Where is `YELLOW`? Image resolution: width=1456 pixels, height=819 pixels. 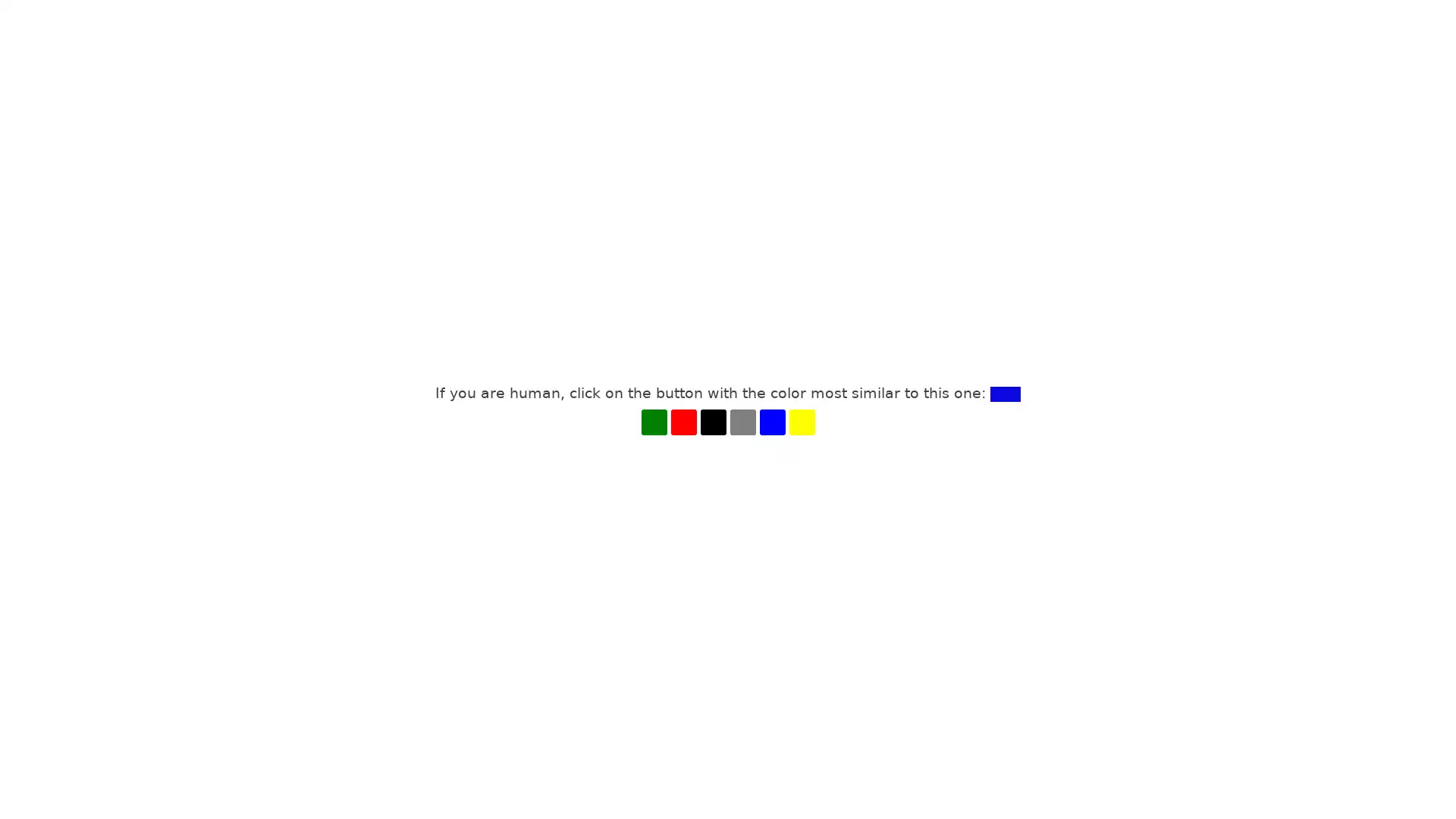
YELLOW is located at coordinates (800, 421).